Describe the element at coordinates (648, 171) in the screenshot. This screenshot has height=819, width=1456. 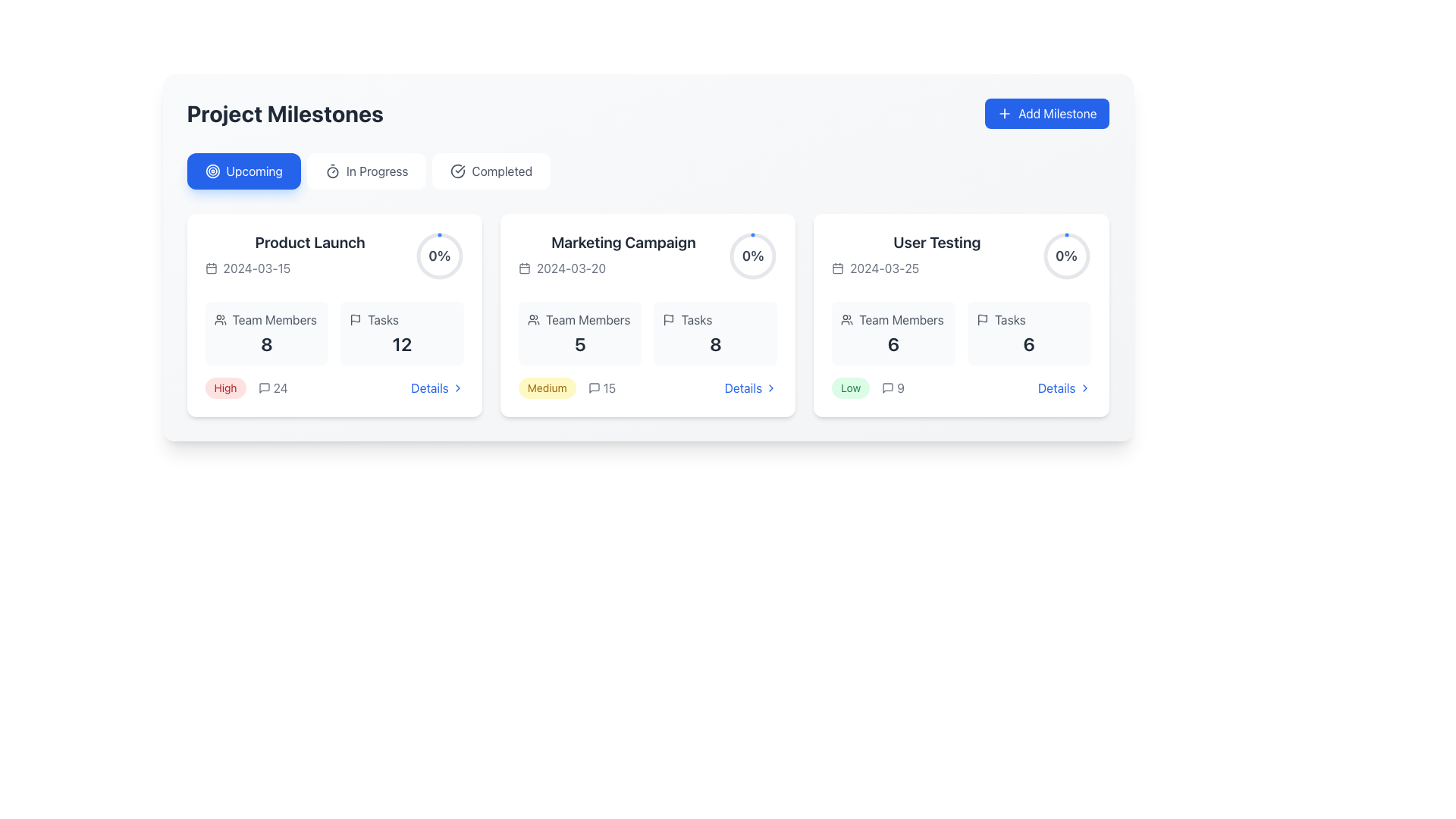
I see `the button labeled 'In Progress' in the segmented control widget` at that location.